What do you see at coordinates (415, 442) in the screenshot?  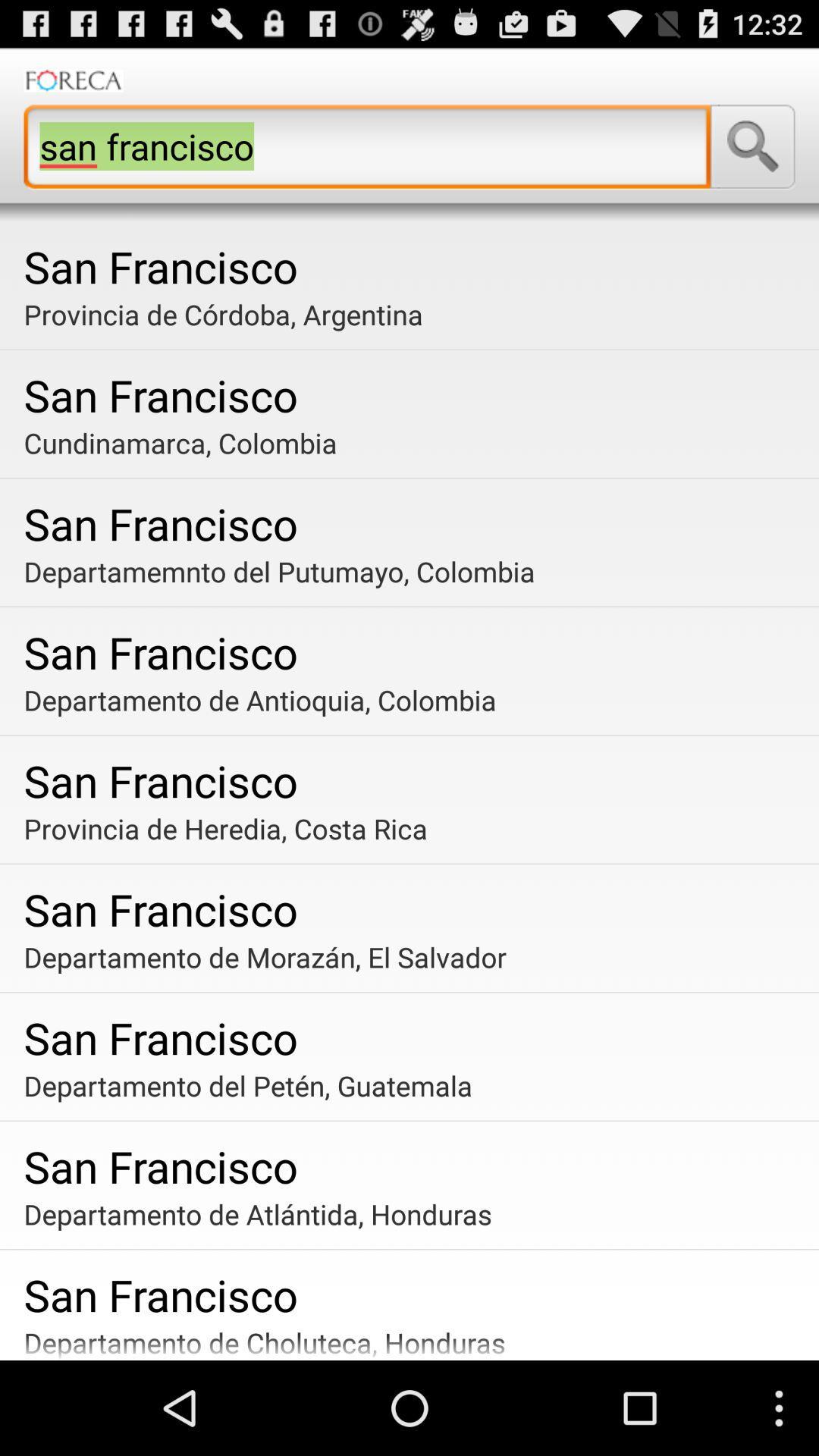 I see `the item below the san francisco app` at bounding box center [415, 442].